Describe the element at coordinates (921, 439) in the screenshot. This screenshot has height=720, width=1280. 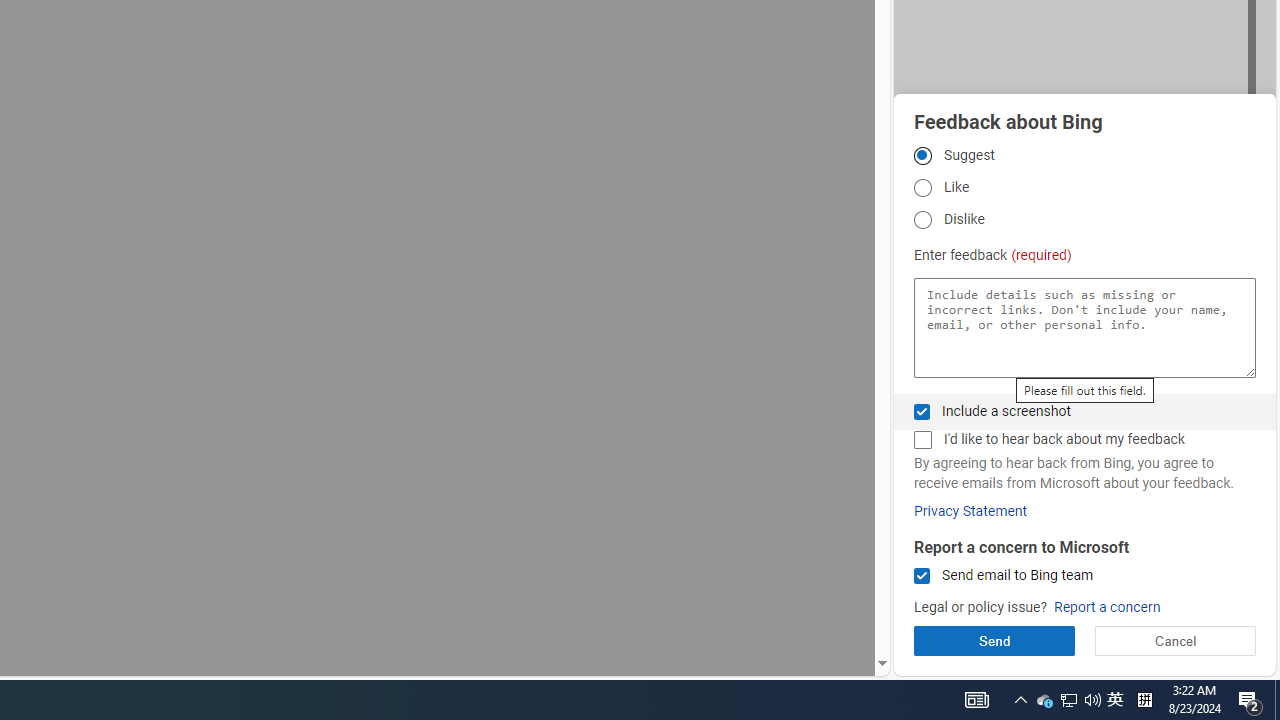
I see `'I'` at that location.